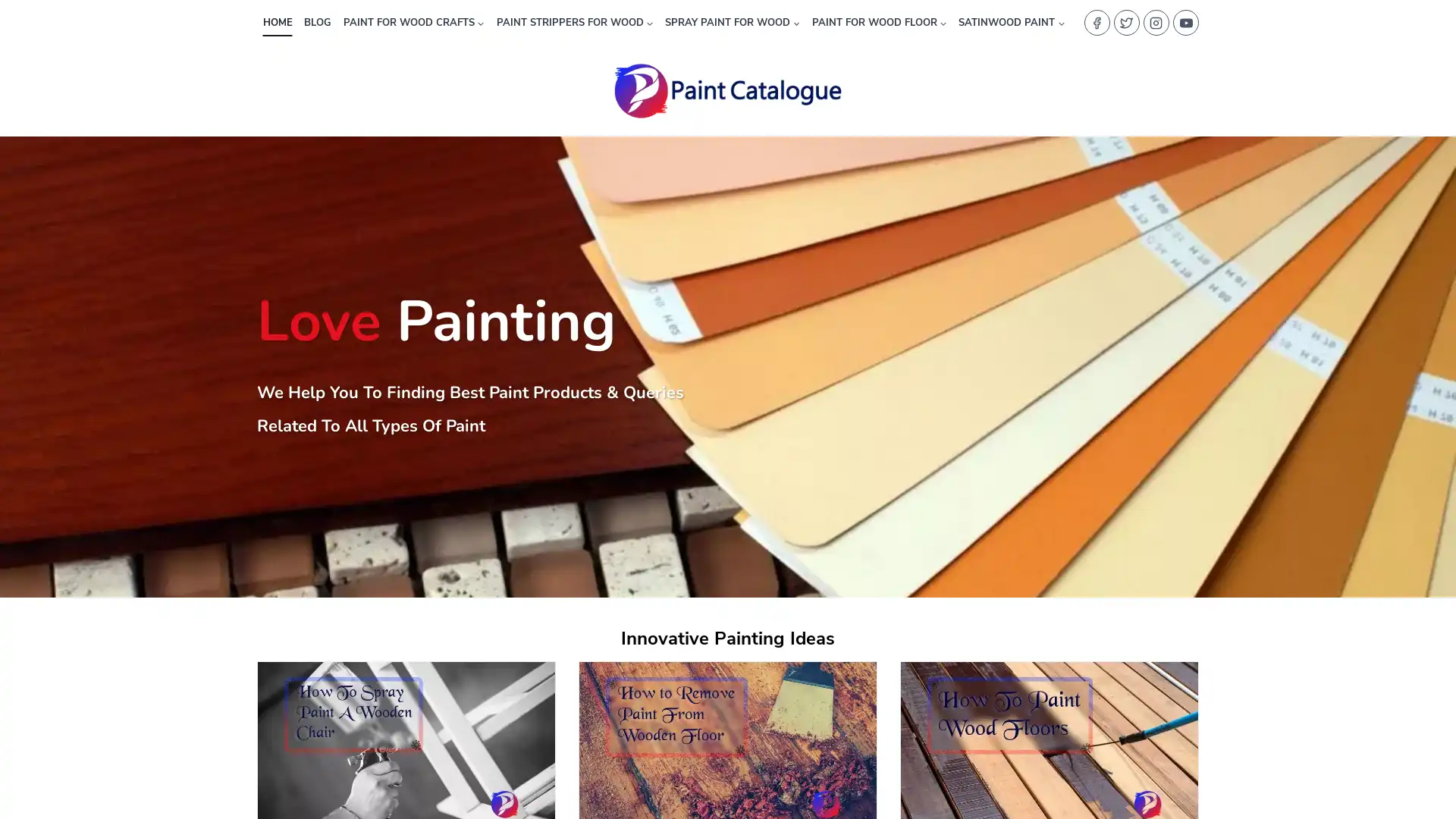 The image size is (1456, 819). I want to click on Expand child menu, so click(573, 22).